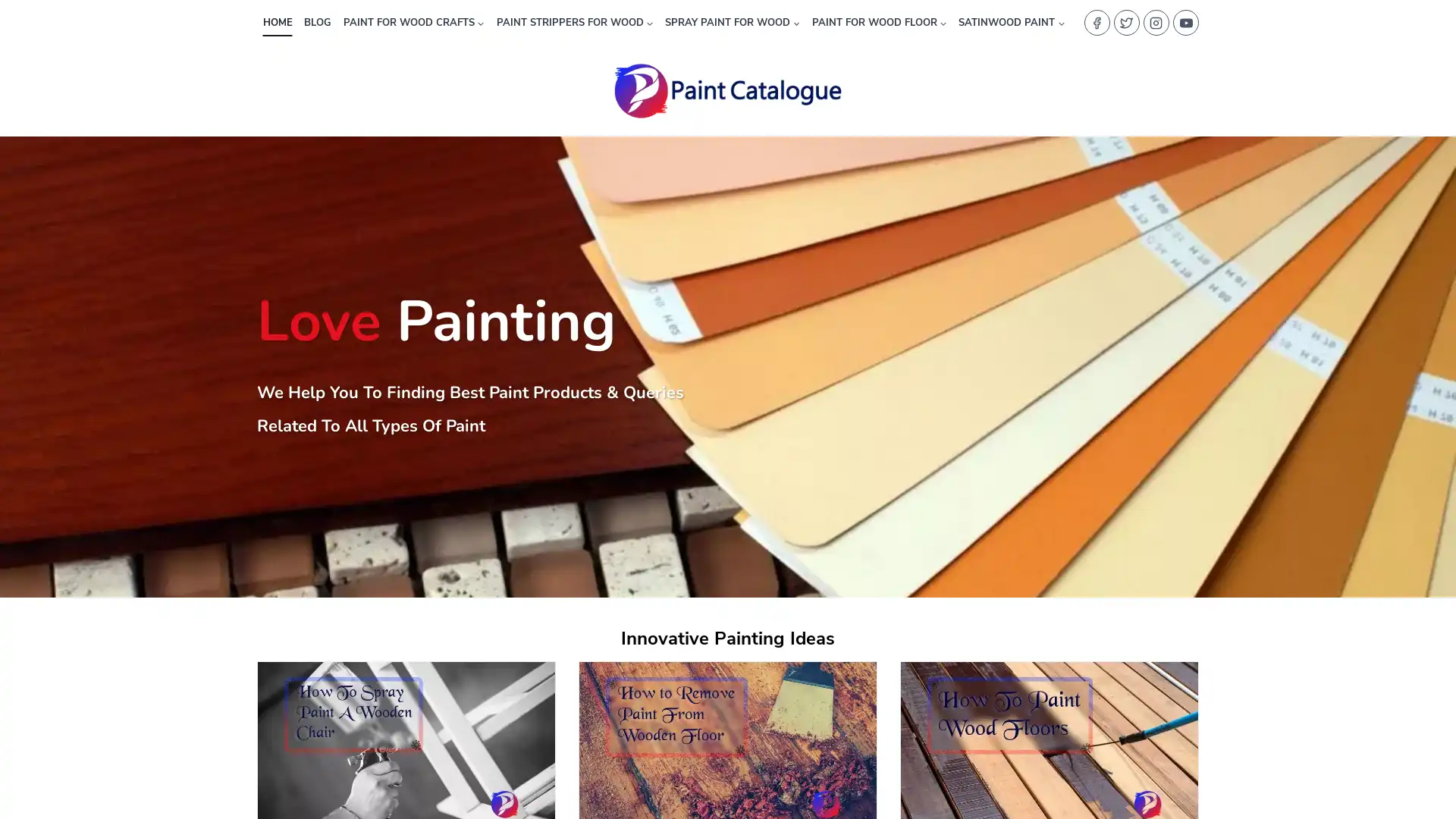 The image size is (1456, 819). I want to click on Expand child menu, so click(573, 22).